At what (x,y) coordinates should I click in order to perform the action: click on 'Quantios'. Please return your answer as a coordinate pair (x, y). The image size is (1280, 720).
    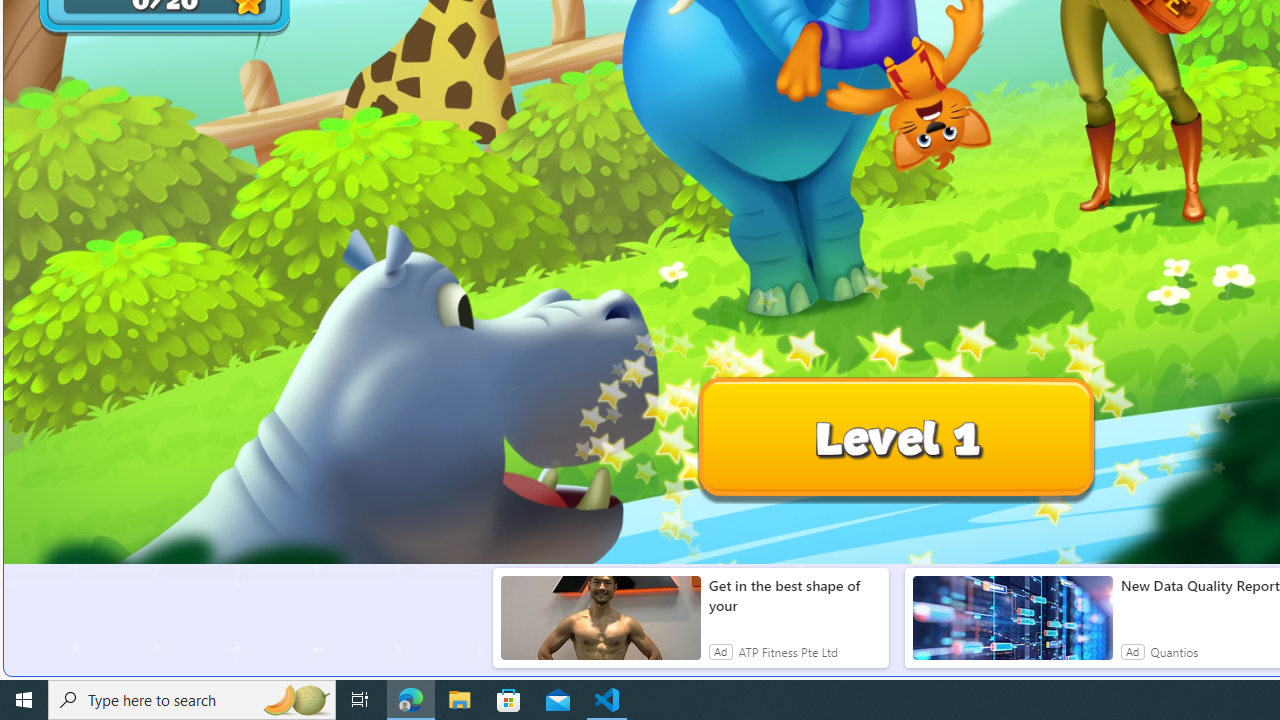
    Looking at the image, I should click on (1174, 651).